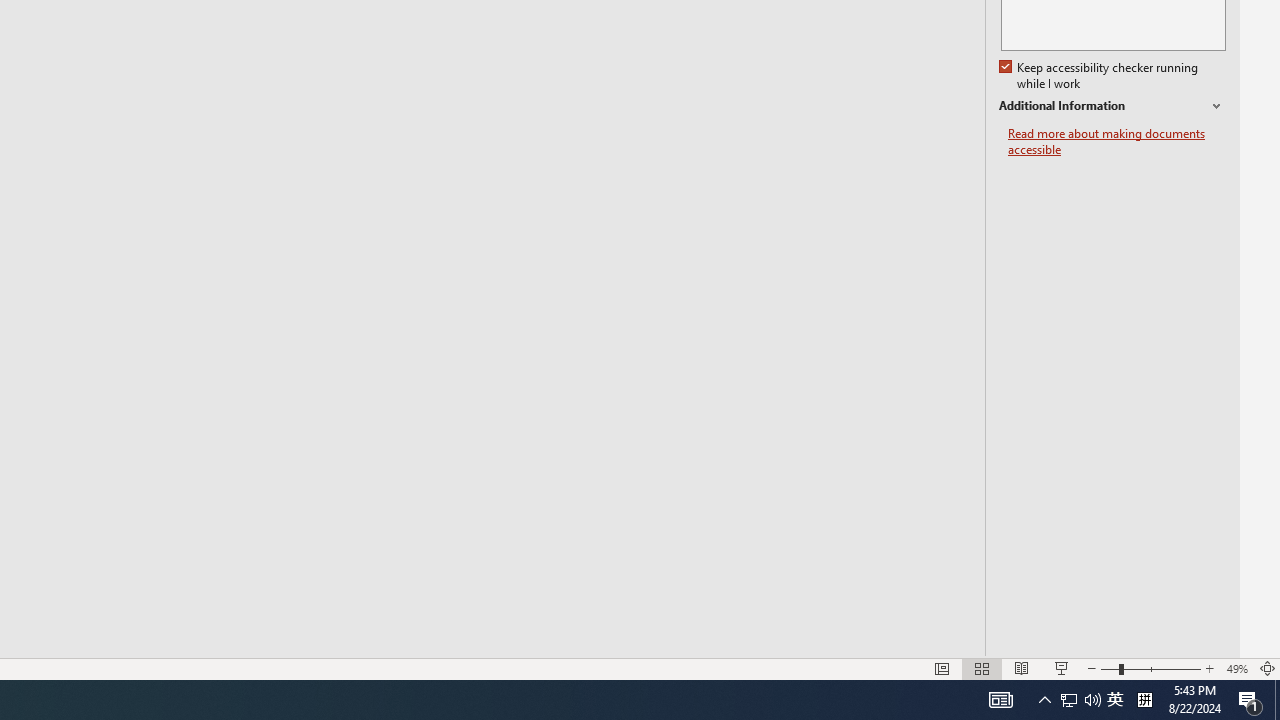 The image size is (1280, 720). I want to click on 'Zoom 49%', so click(1236, 669).